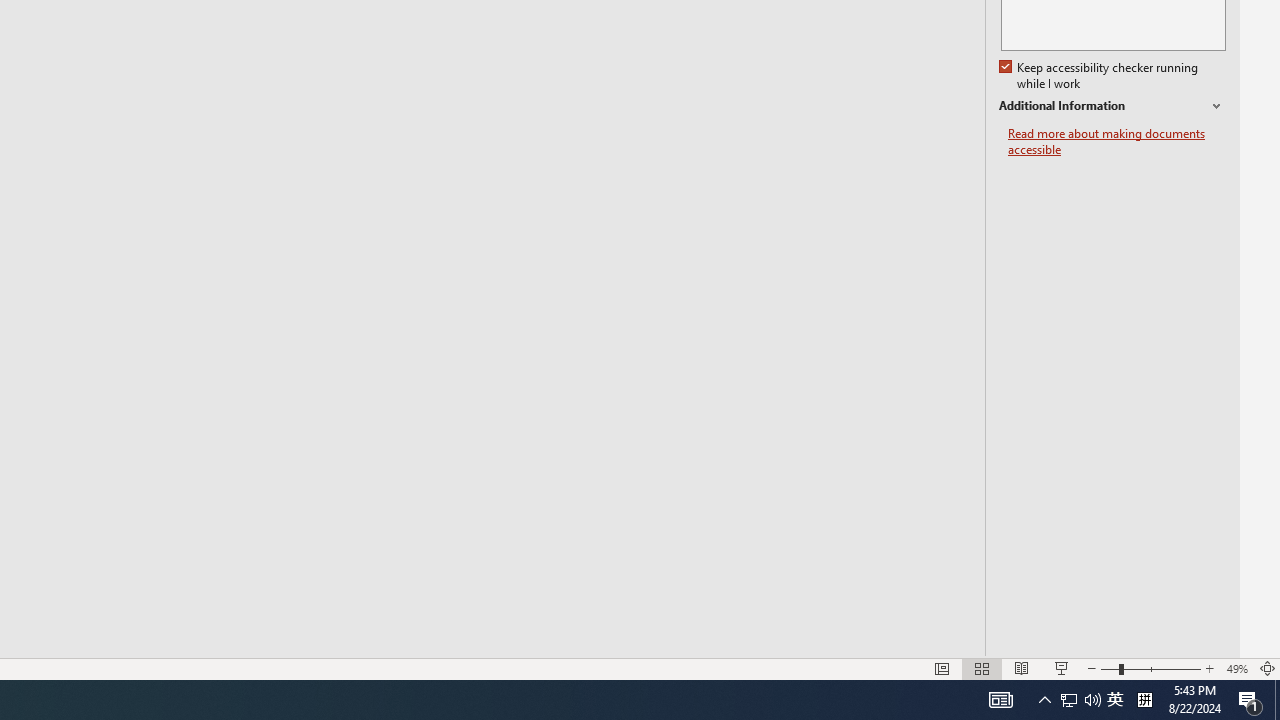 The image size is (1280, 720). I want to click on 'Zoom 49%', so click(1236, 669).